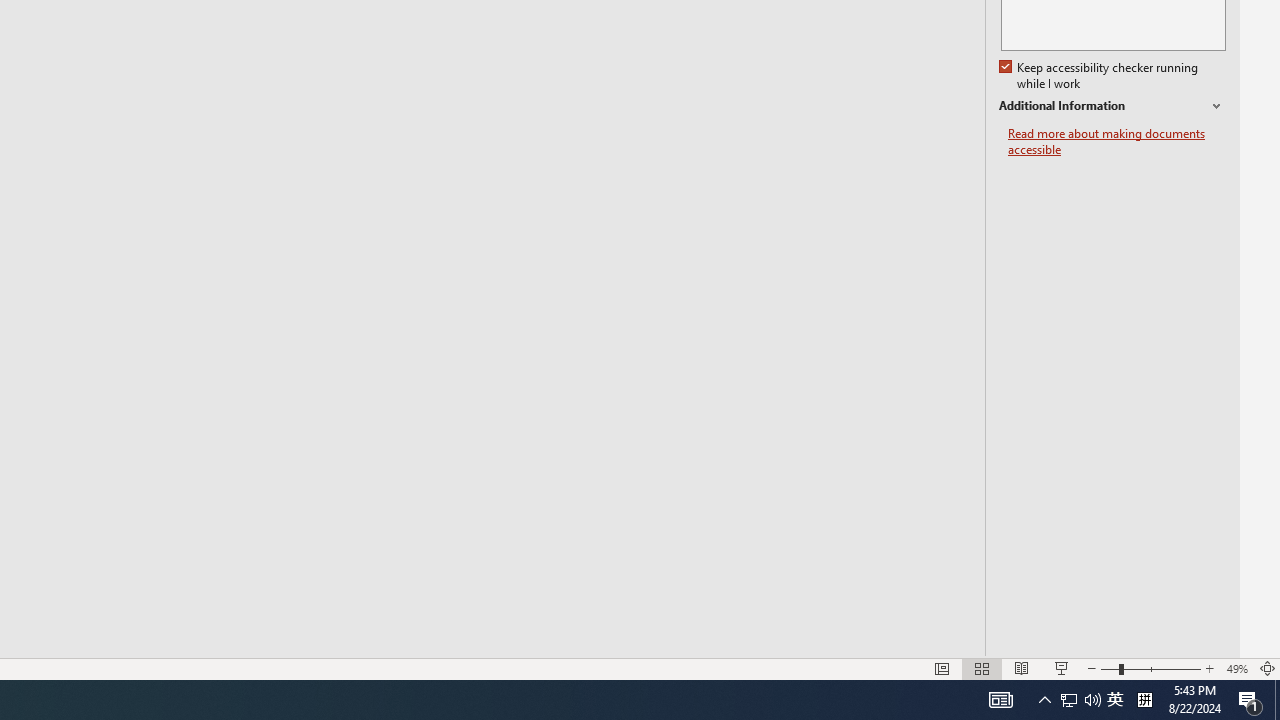 The image size is (1280, 720). I want to click on 'Zoom 49%', so click(1236, 669).